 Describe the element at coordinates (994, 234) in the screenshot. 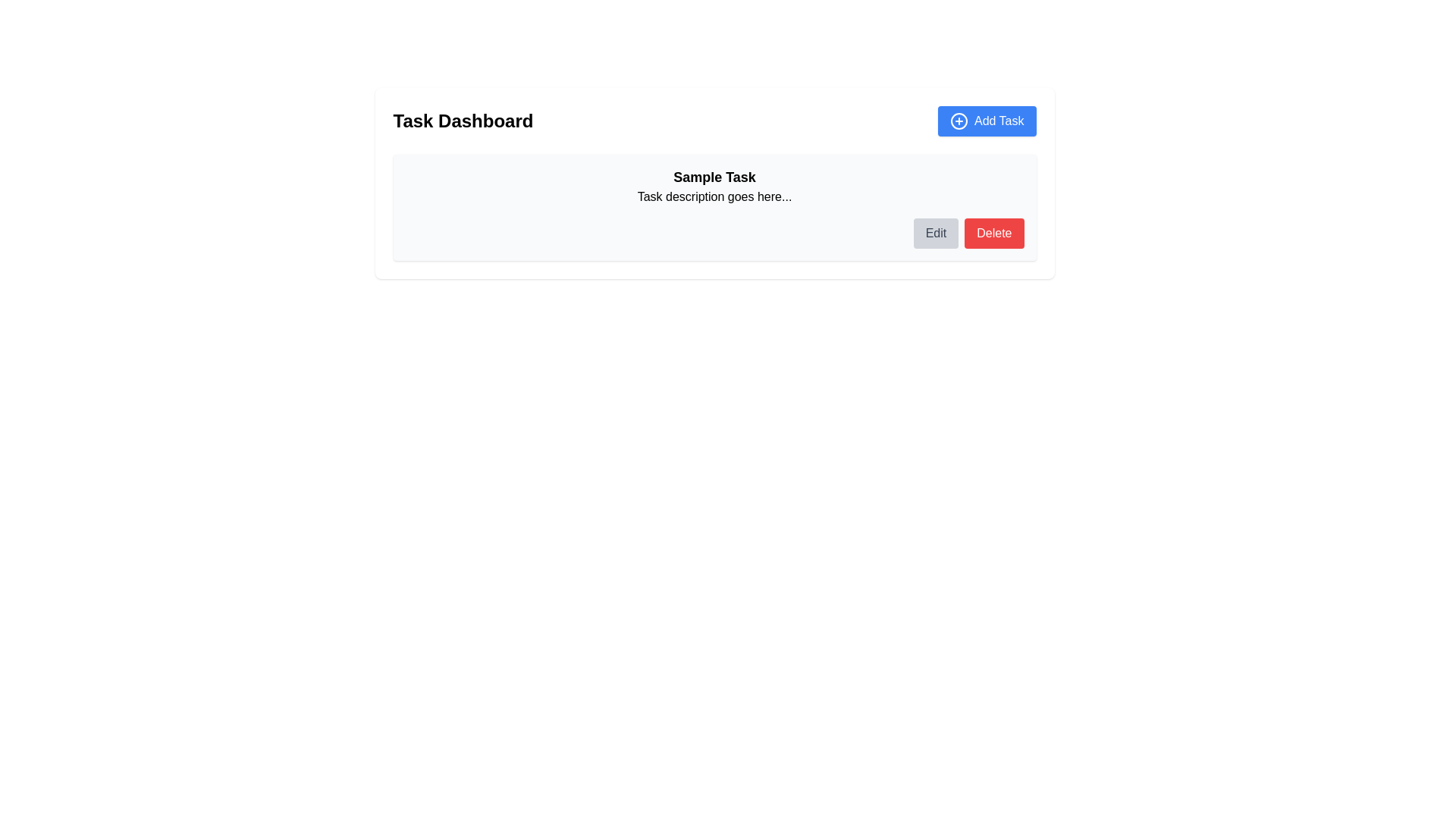

I see `the 'Delete' button` at that location.